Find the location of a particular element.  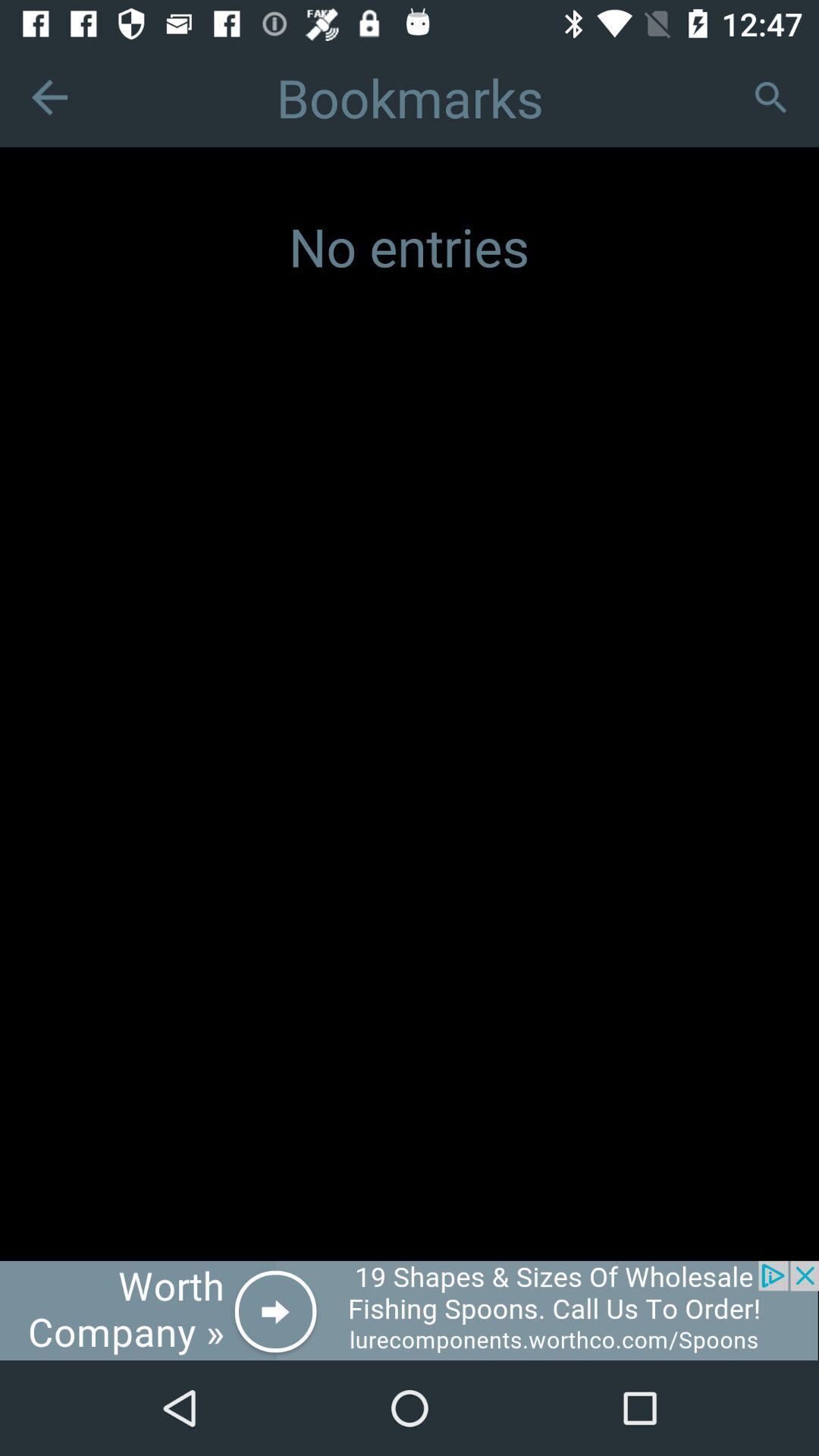

the search icon is located at coordinates (770, 96).